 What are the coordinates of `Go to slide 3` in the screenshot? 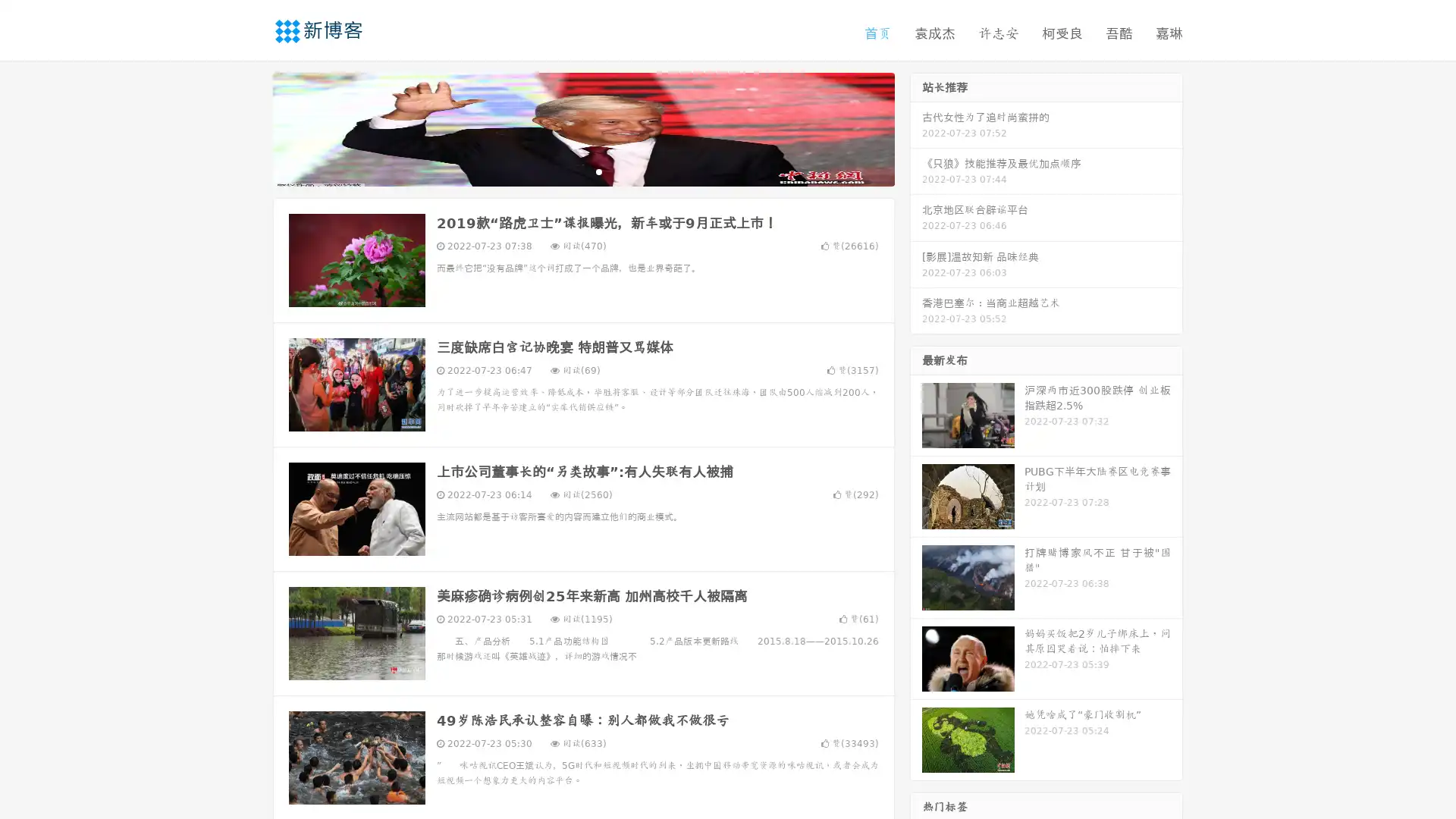 It's located at (598, 171).